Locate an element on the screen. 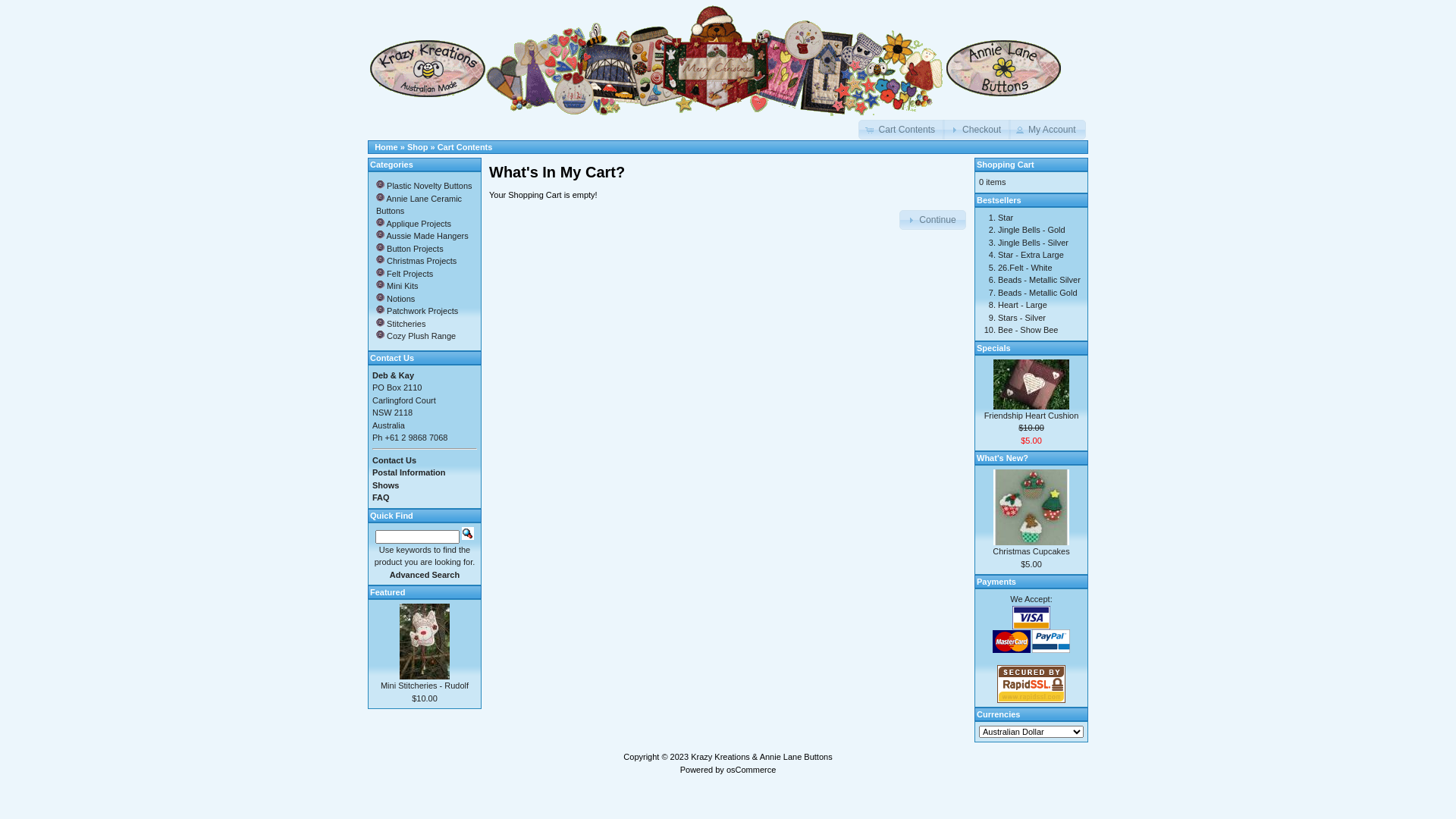 Image resolution: width=1456 pixels, height=819 pixels. 'Shop' is located at coordinates (418, 146).